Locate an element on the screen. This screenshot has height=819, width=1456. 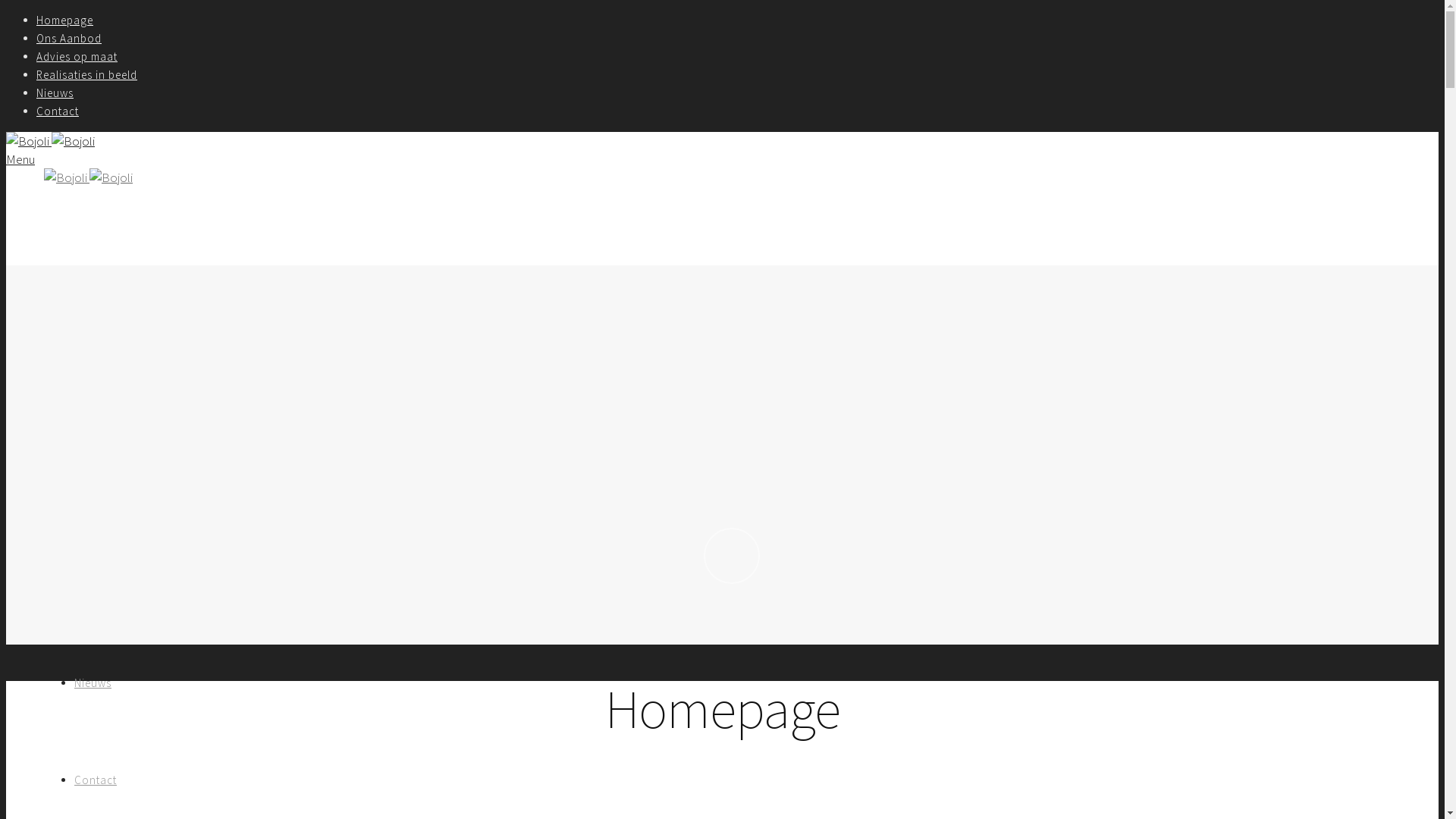
'Contact' is located at coordinates (94, 780).